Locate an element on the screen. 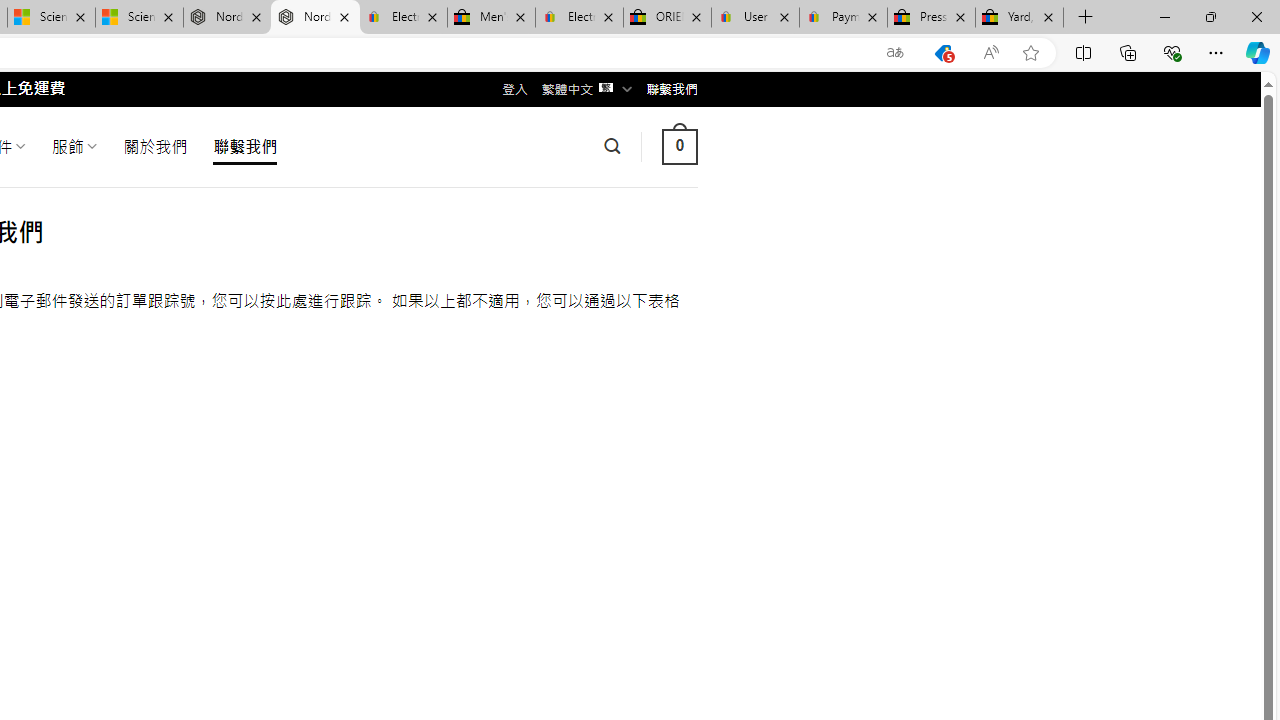 The height and width of the screenshot is (720, 1280). 'This site has coupons! Shopping in Microsoft Edge, 5' is located at coordinates (942, 52).